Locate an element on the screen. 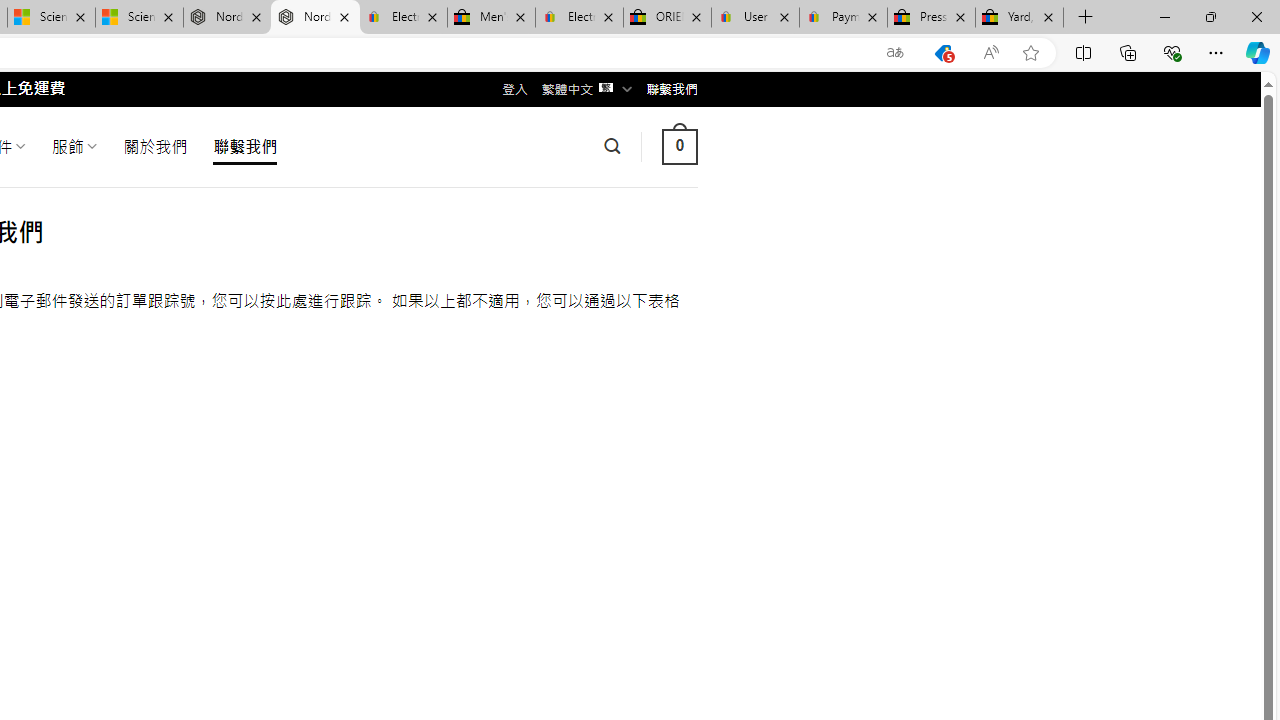 The height and width of the screenshot is (720, 1280). 'This site has coupons! Shopping in Microsoft Edge, 5' is located at coordinates (942, 52).